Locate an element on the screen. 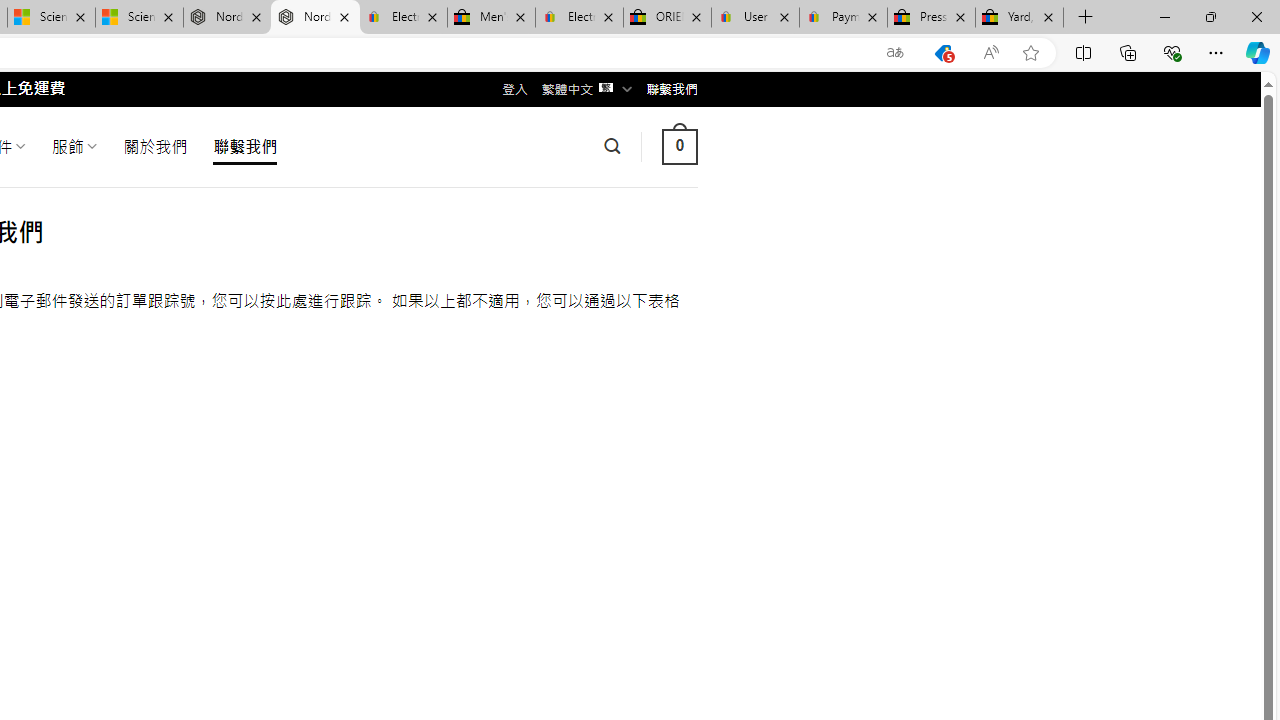 The height and width of the screenshot is (720, 1280). 'This site has coupons! Shopping in Microsoft Edge, 5' is located at coordinates (942, 52).